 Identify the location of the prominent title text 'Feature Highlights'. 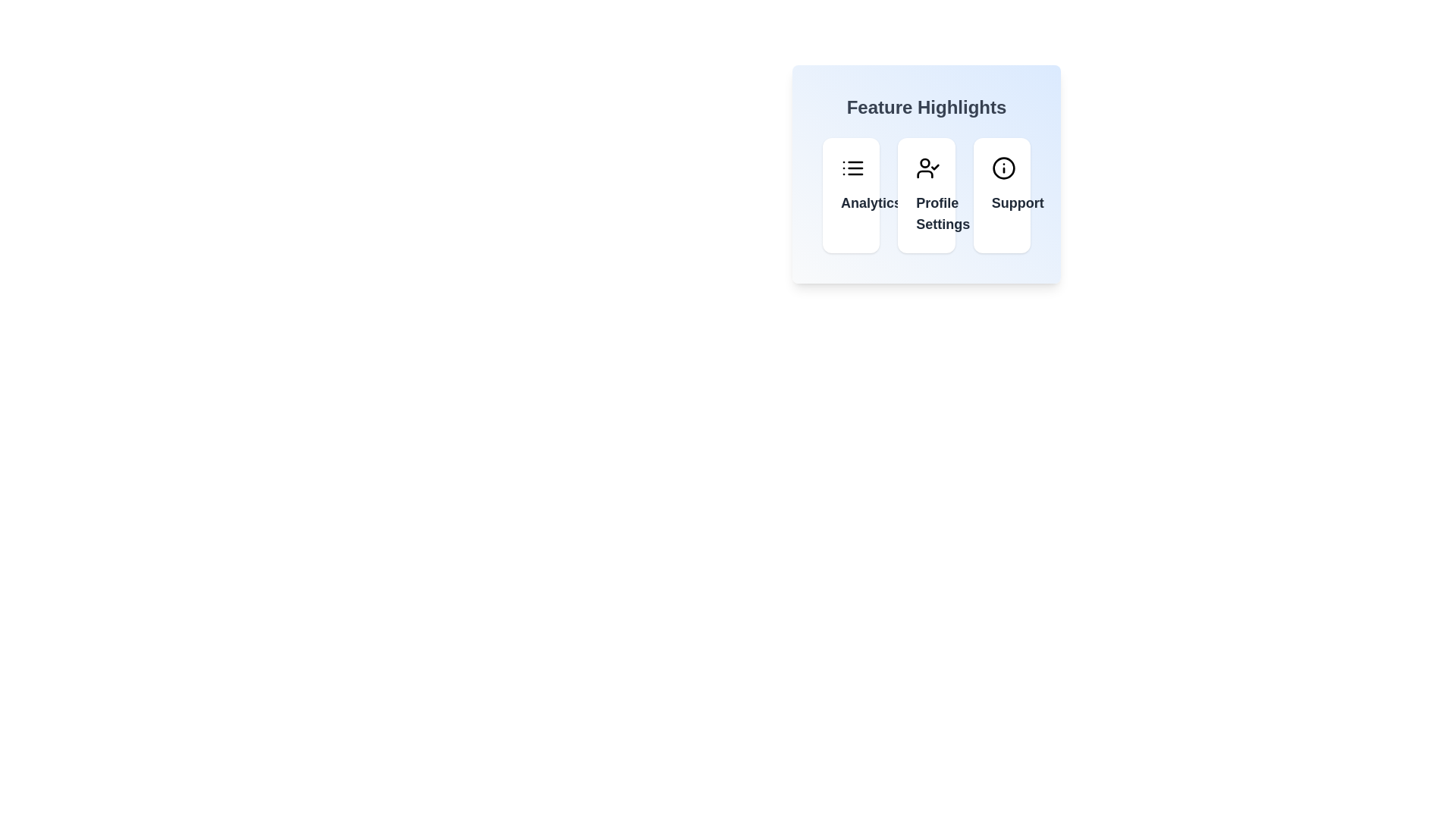
(926, 107).